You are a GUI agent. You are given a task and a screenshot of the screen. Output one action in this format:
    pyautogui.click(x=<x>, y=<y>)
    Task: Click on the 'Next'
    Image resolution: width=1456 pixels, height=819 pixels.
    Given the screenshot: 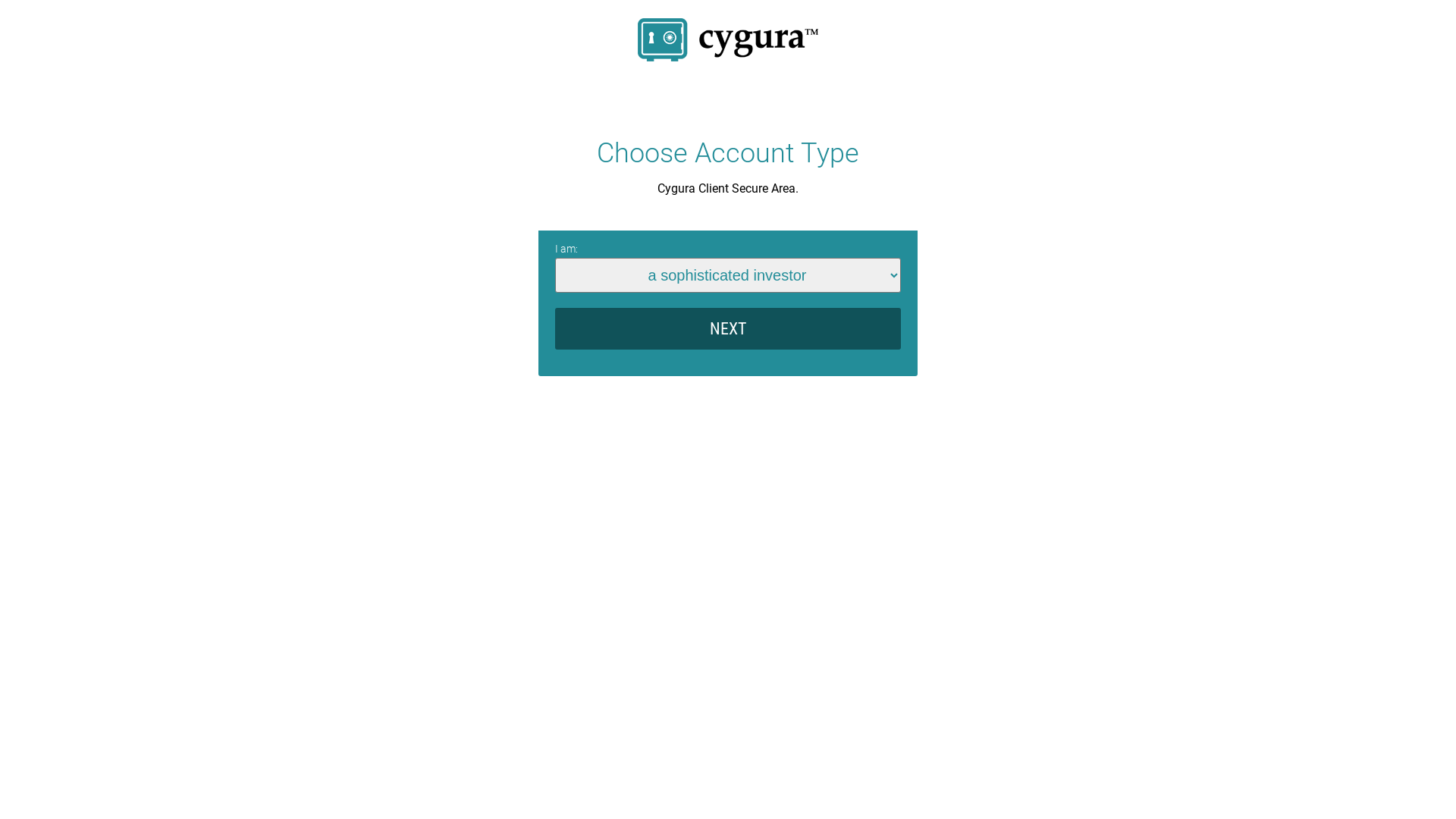 What is the action you would take?
    pyautogui.click(x=728, y=328)
    